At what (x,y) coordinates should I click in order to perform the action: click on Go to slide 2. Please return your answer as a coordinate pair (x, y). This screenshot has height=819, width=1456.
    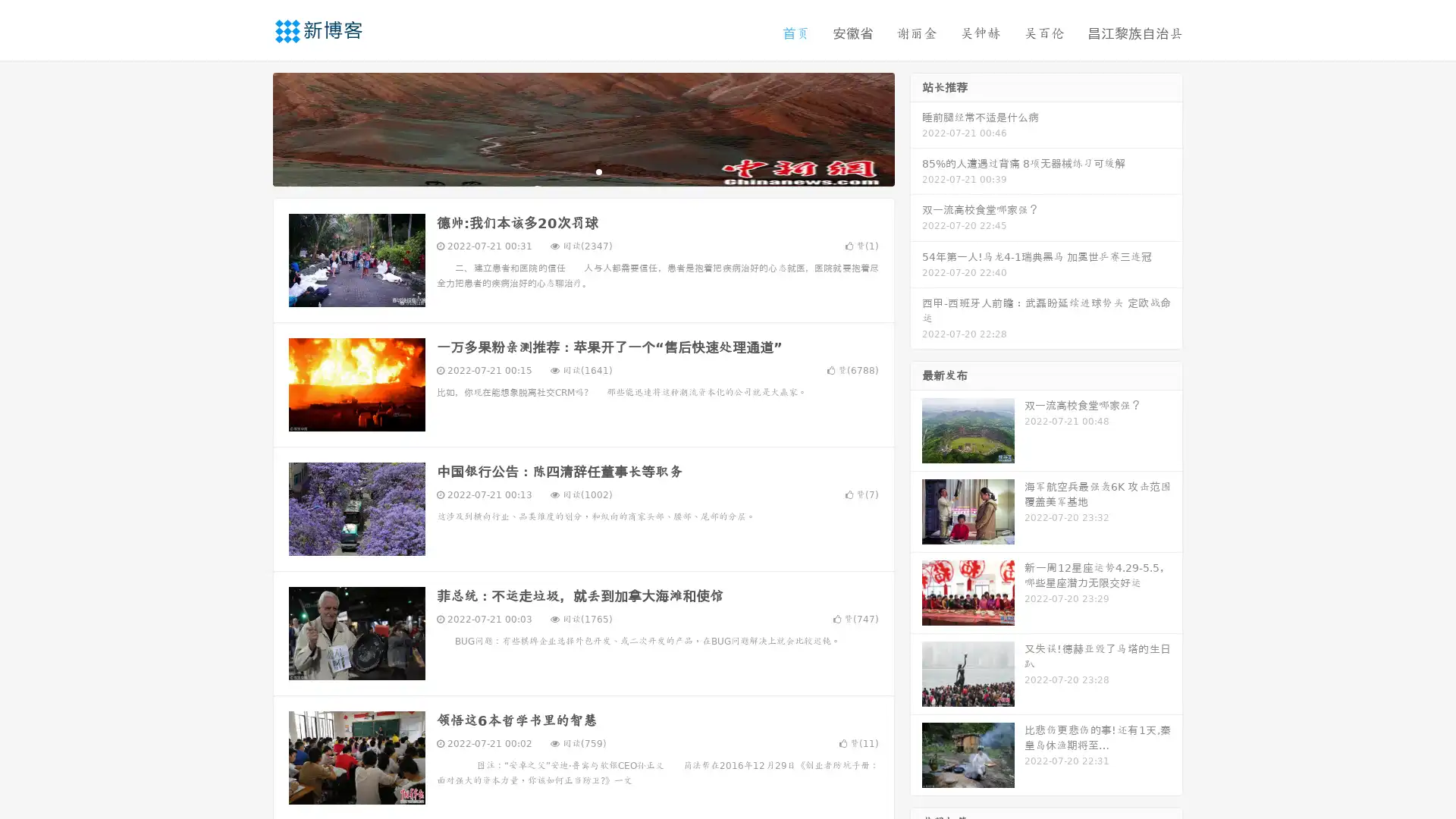
    Looking at the image, I should click on (582, 171).